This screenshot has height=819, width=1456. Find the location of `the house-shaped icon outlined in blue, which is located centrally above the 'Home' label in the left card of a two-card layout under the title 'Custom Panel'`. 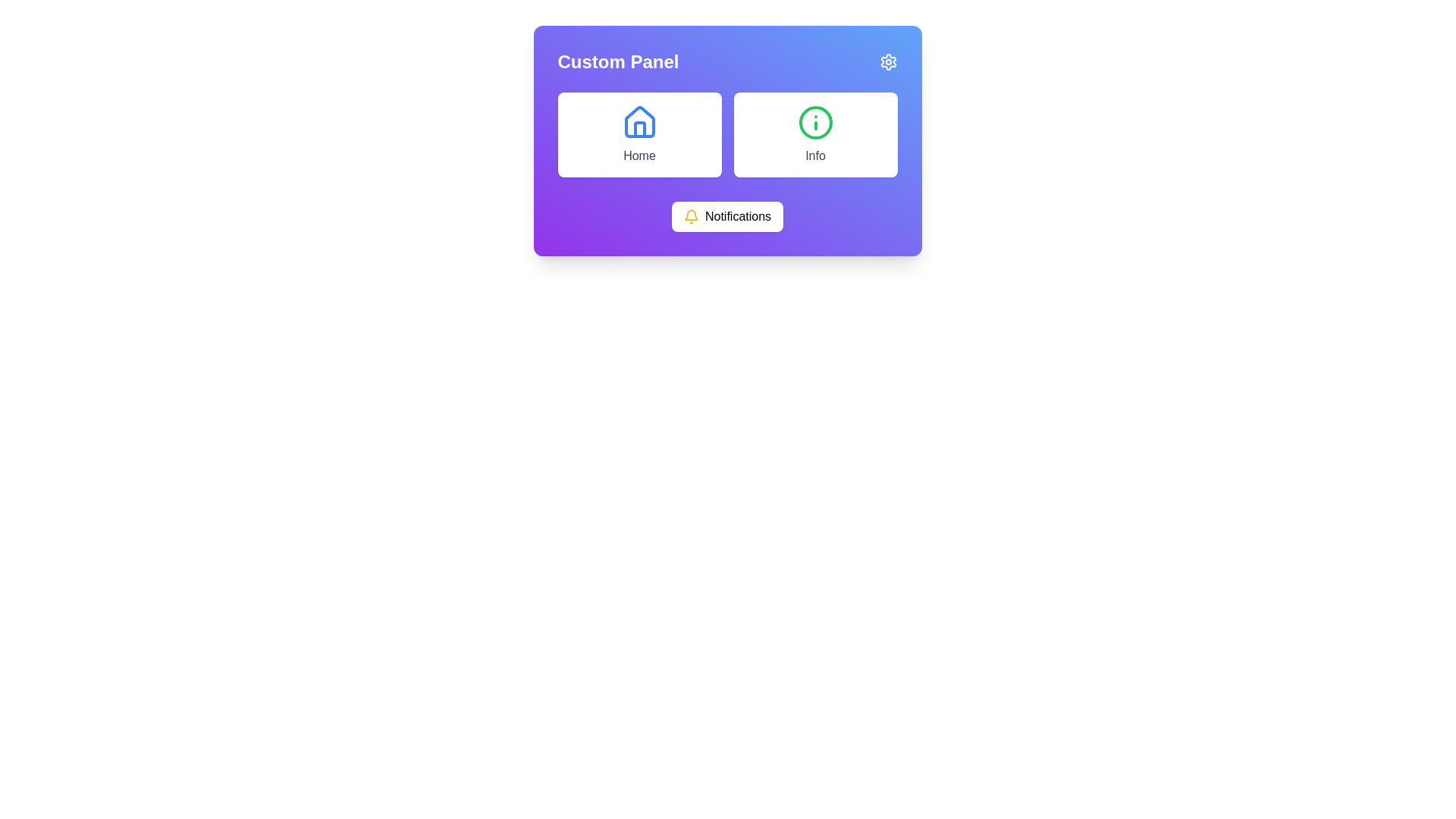

the house-shaped icon outlined in blue, which is located centrally above the 'Home' label in the left card of a two-card layout under the title 'Custom Panel' is located at coordinates (639, 121).